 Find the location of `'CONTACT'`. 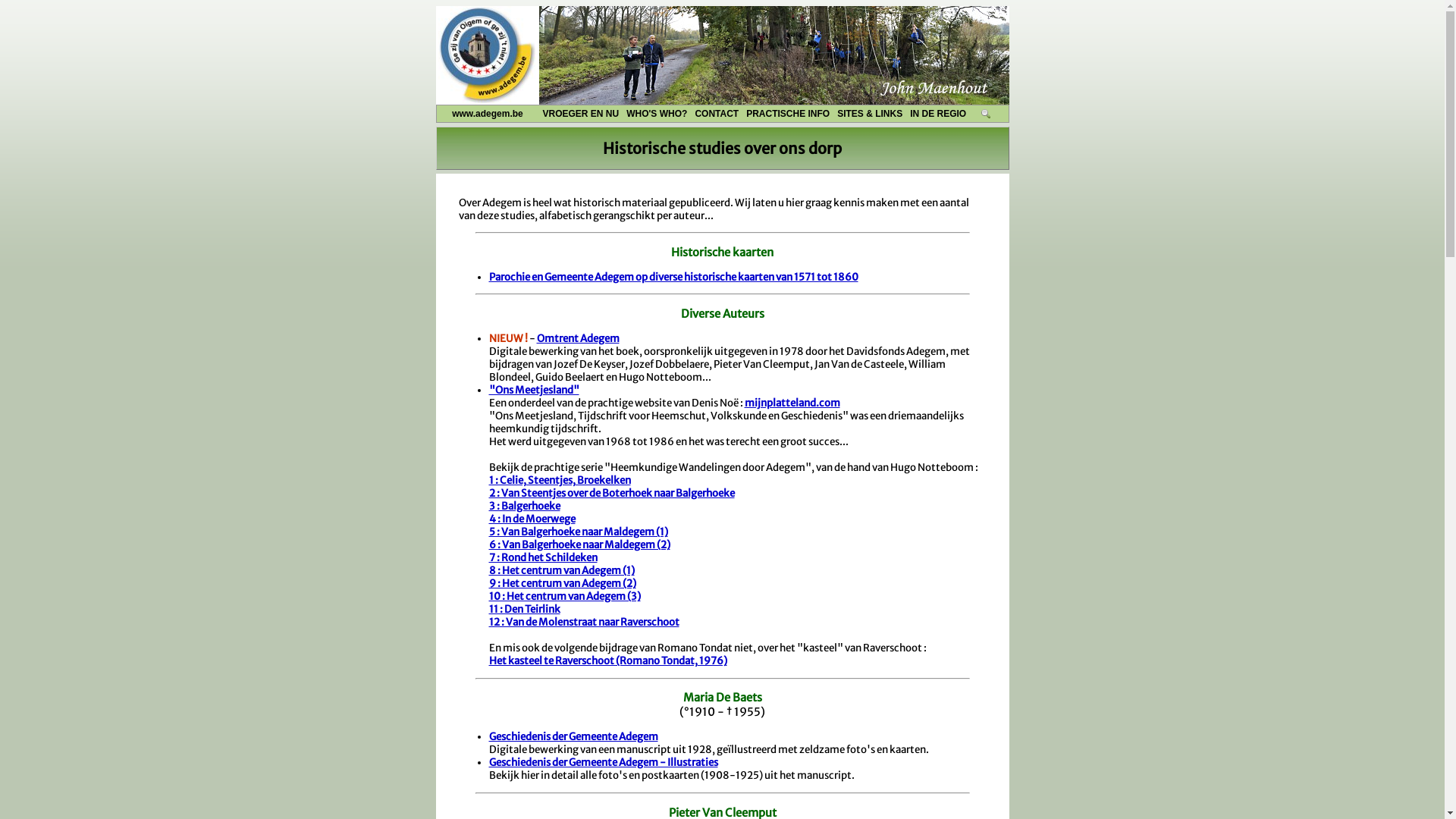

'CONTACT' is located at coordinates (716, 113).